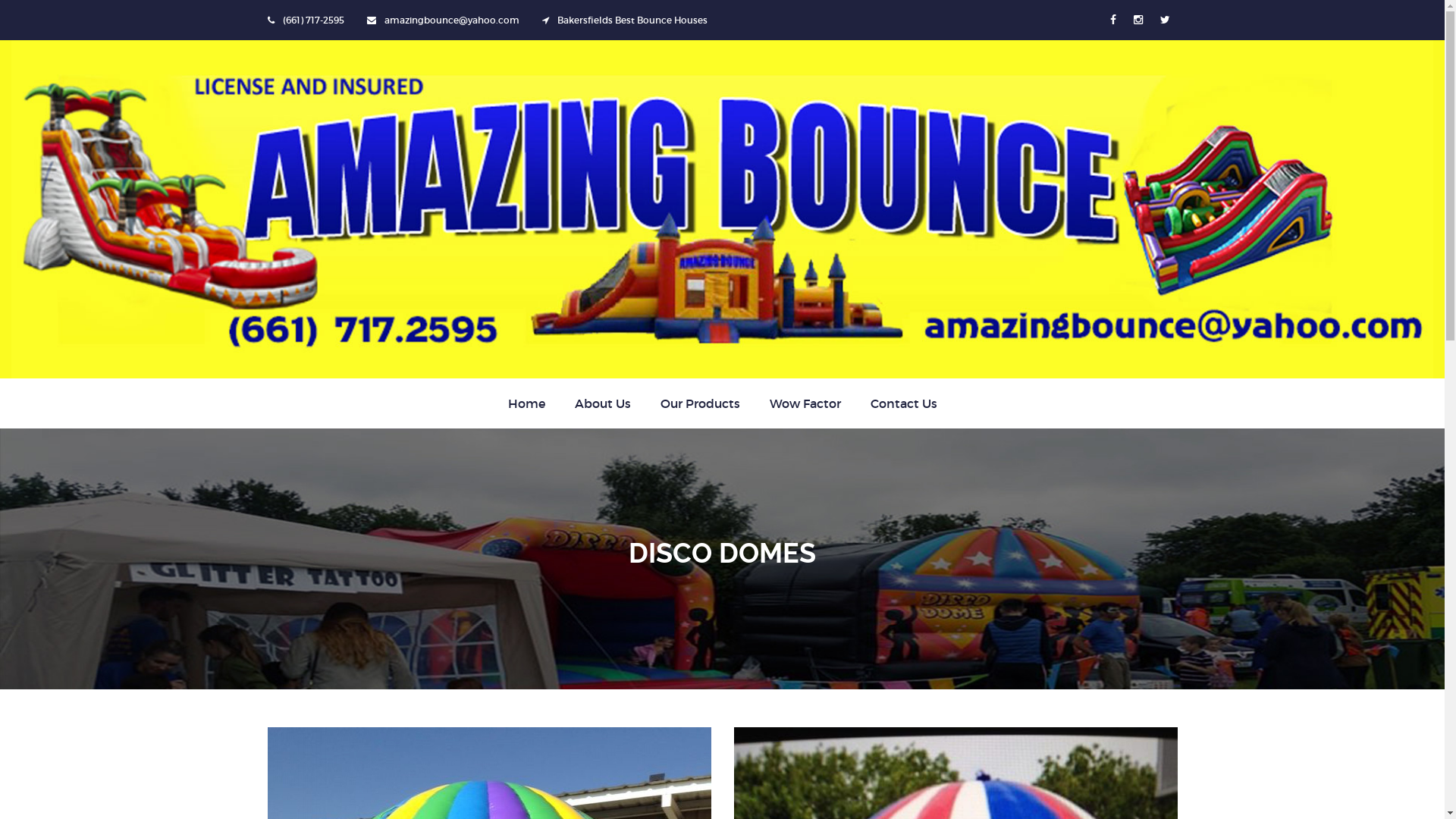  Describe the element at coordinates (602, 403) in the screenshot. I see `'About Us'` at that location.